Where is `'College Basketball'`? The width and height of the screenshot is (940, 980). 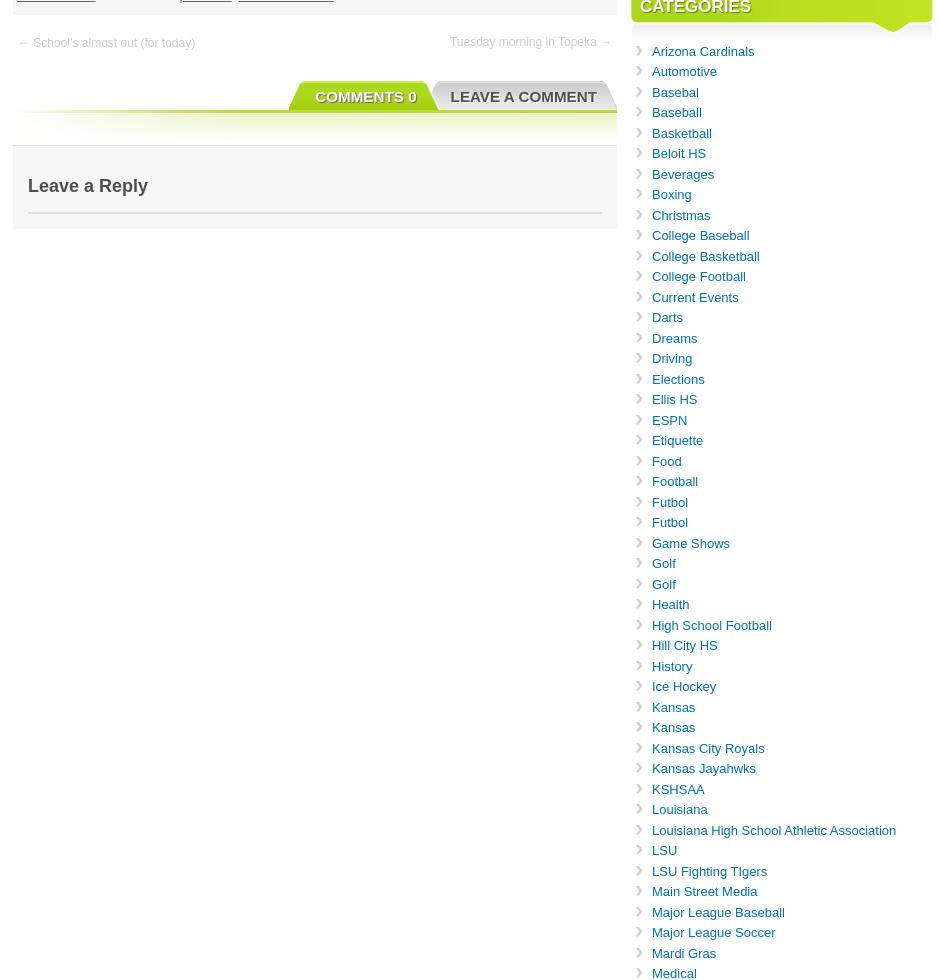
'College Basketball' is located at coordinates (705, 255).